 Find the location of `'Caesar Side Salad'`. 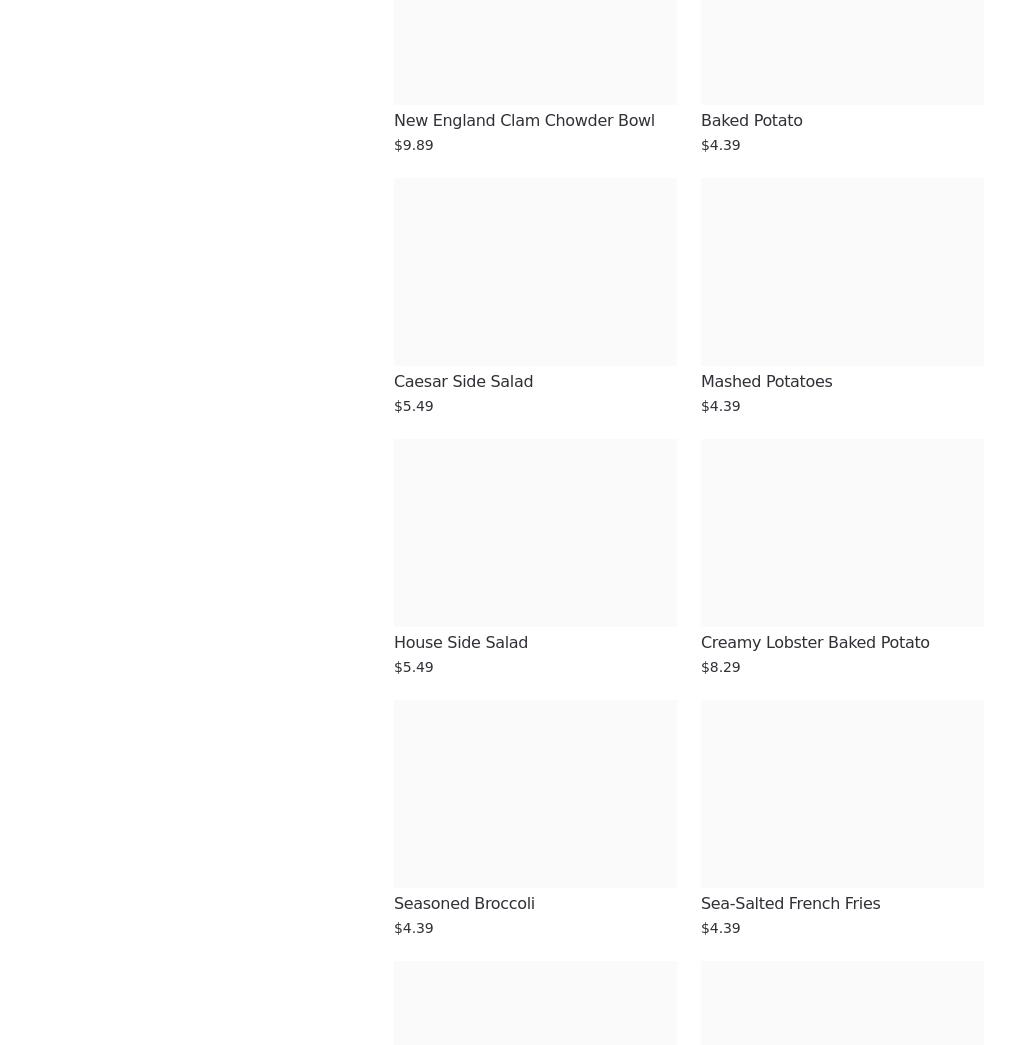

'Caesar Side Salad' is located at coordinates (463, 380).